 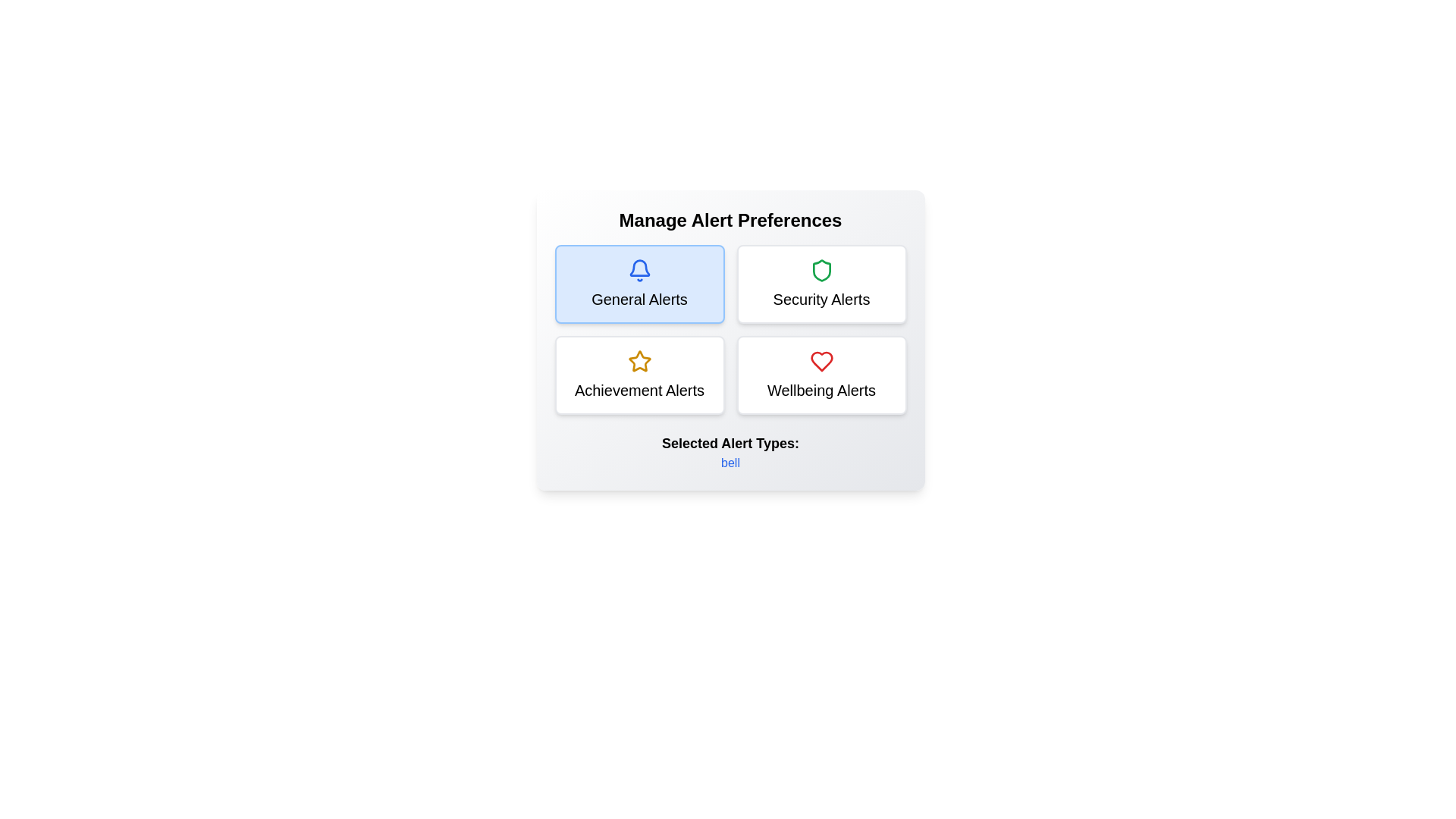 I want to click on the alert type Achievement Alerts, so click(x=639, y=375).